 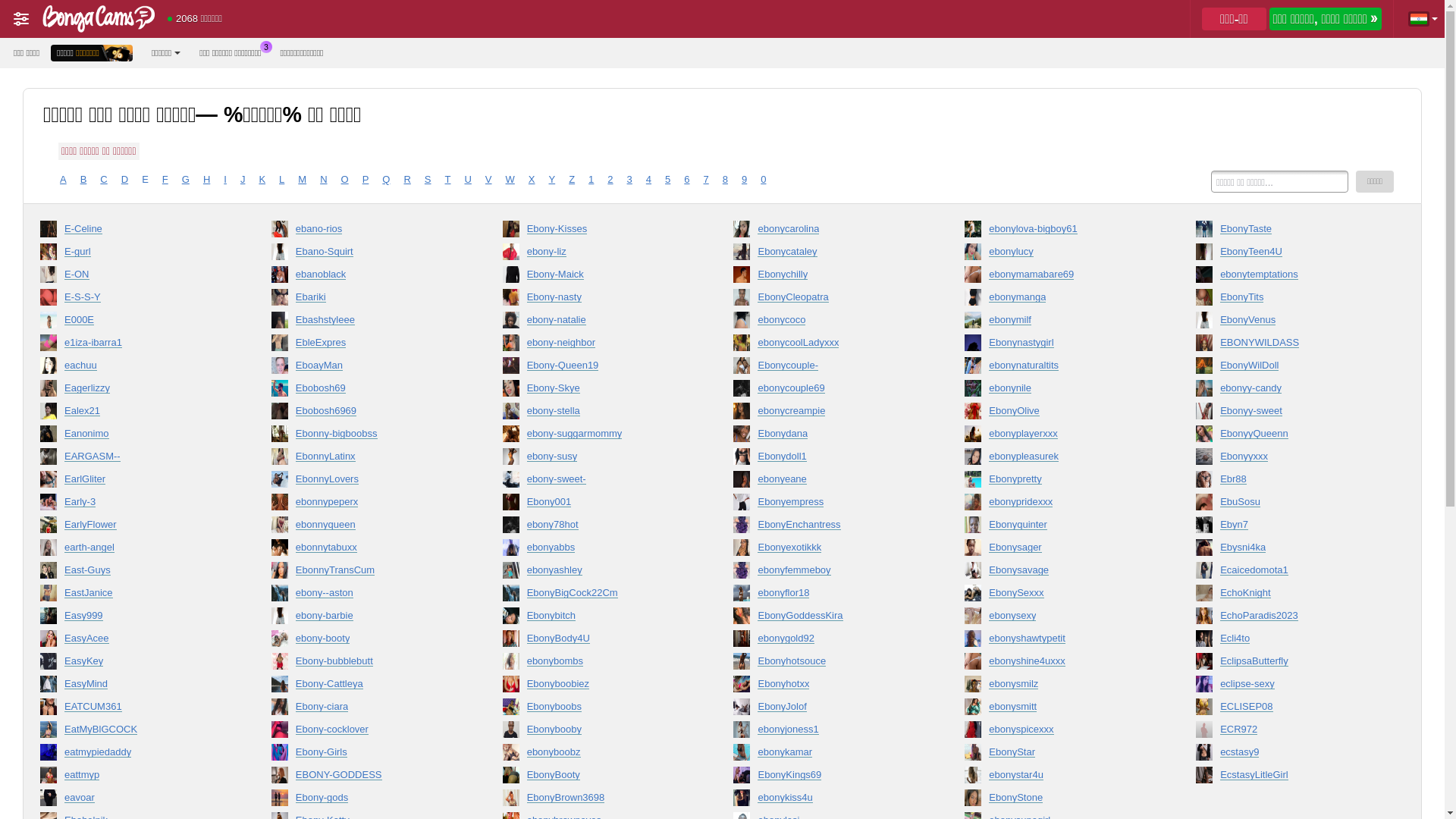 I want to click on 'ebonymanga', so click(x=1058, y=300).